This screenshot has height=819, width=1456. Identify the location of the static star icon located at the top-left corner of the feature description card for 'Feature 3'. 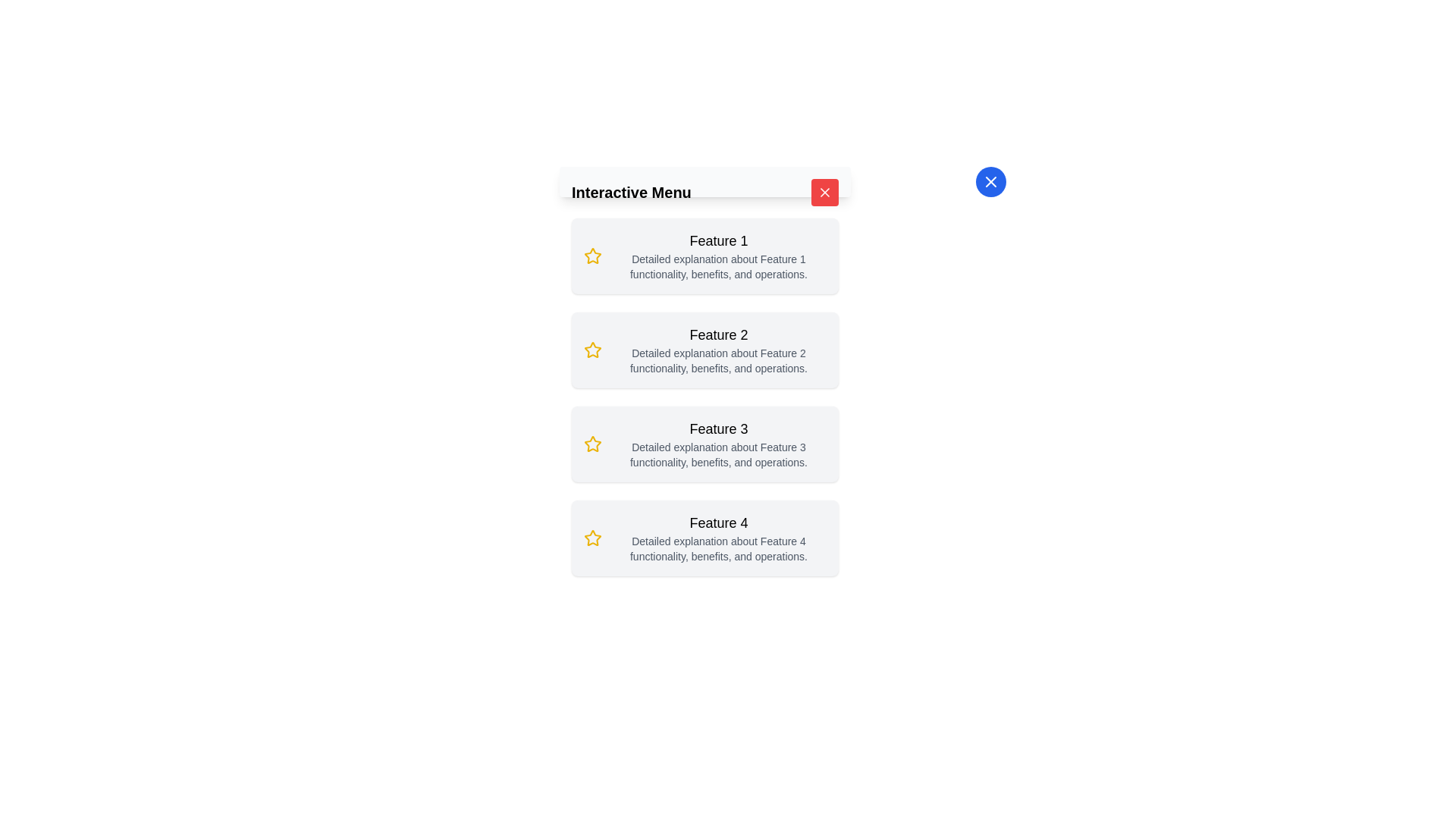
(592, 444).